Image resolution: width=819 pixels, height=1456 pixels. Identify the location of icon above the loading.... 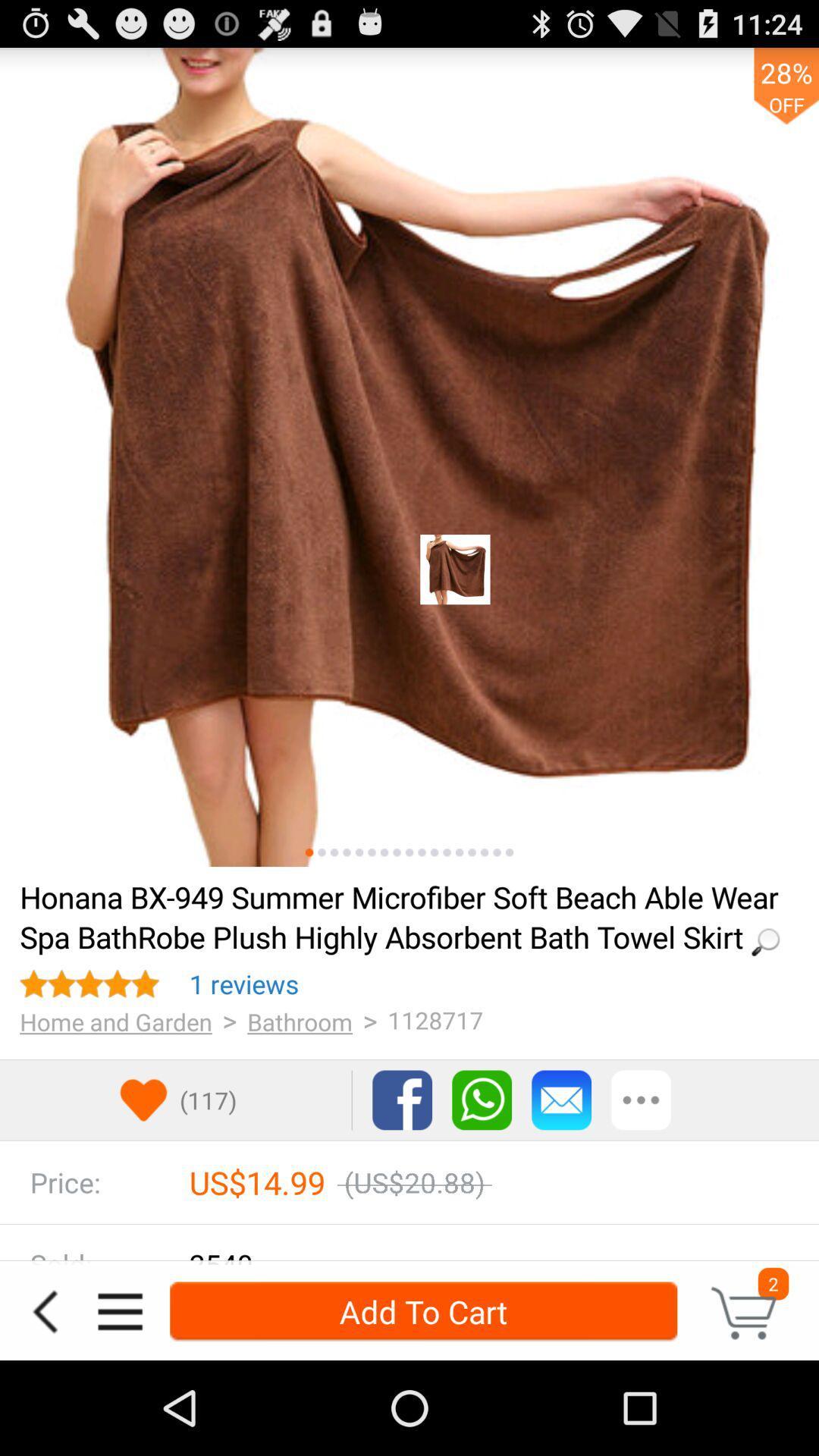
(372, 852).